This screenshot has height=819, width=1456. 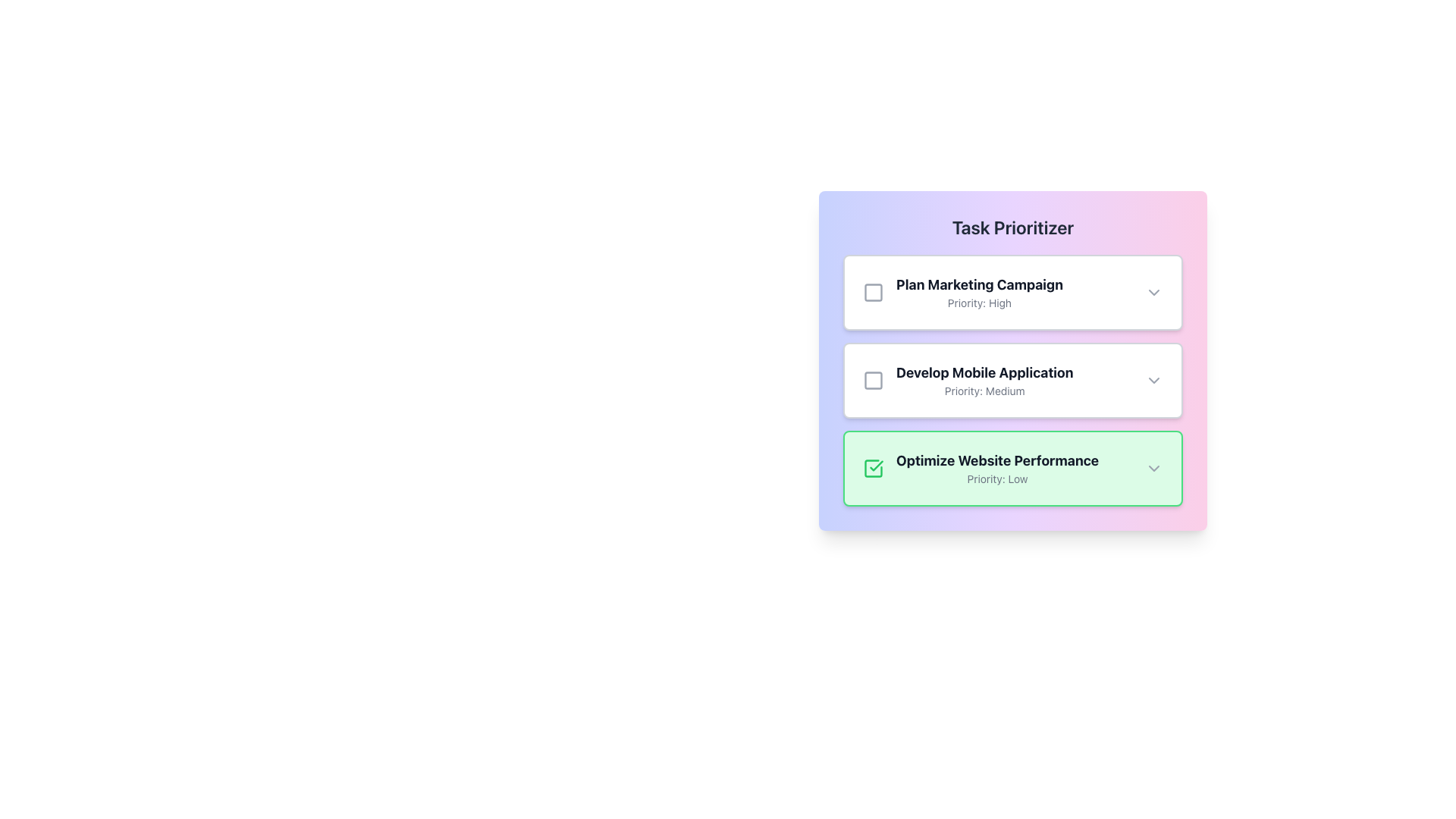 What do you see at coordinates (874, 379) in the screenshot?
I see `the checkbox located to the left of the text 'Develop Mobile Application' in the 'Task Prioritizer' section` at bounding box center [874, 379].